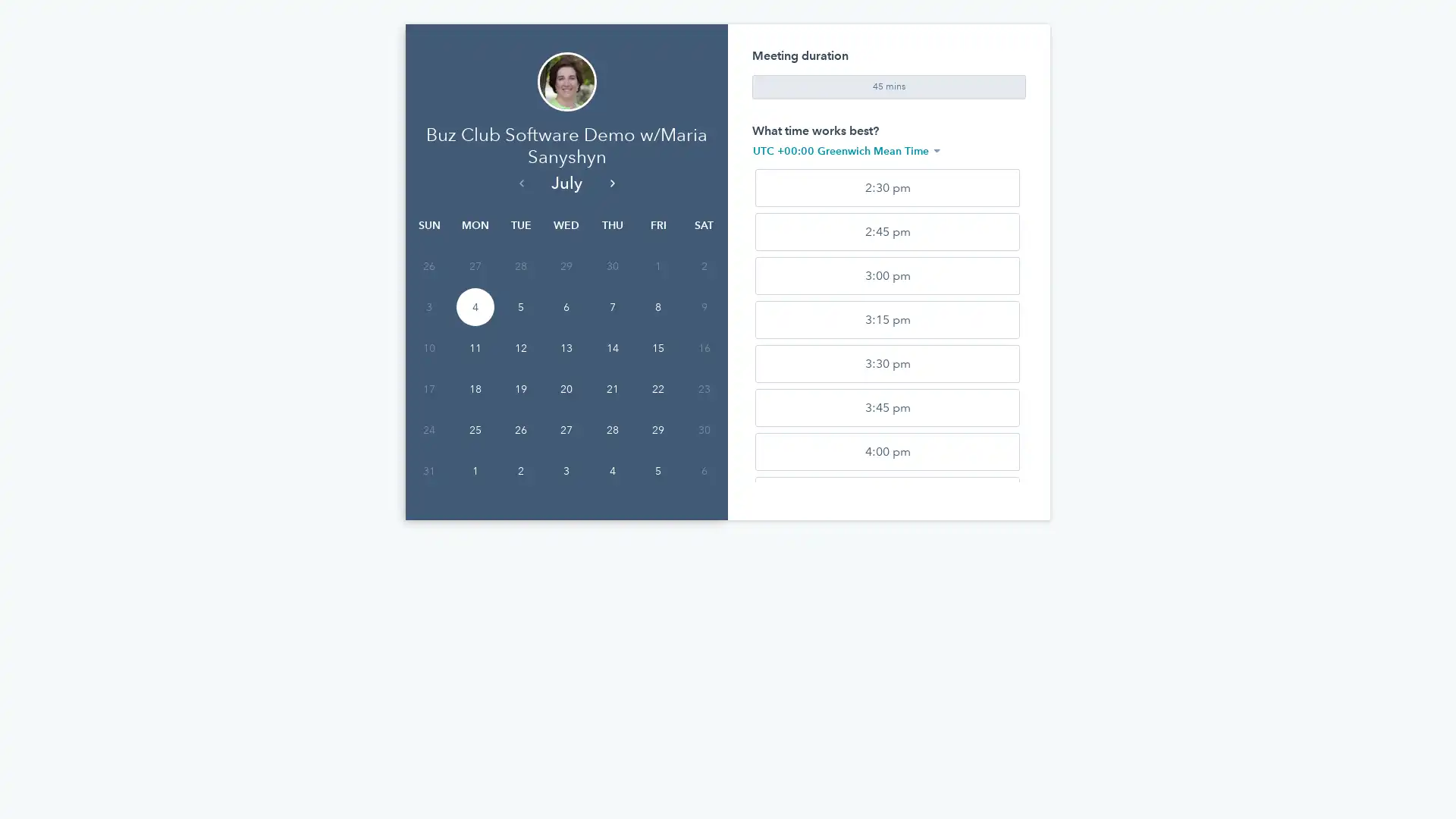 The image size is (1456, 819). Describe the element at coordinates (473, 323) in the screenshot. I see `June 27th` at that location.